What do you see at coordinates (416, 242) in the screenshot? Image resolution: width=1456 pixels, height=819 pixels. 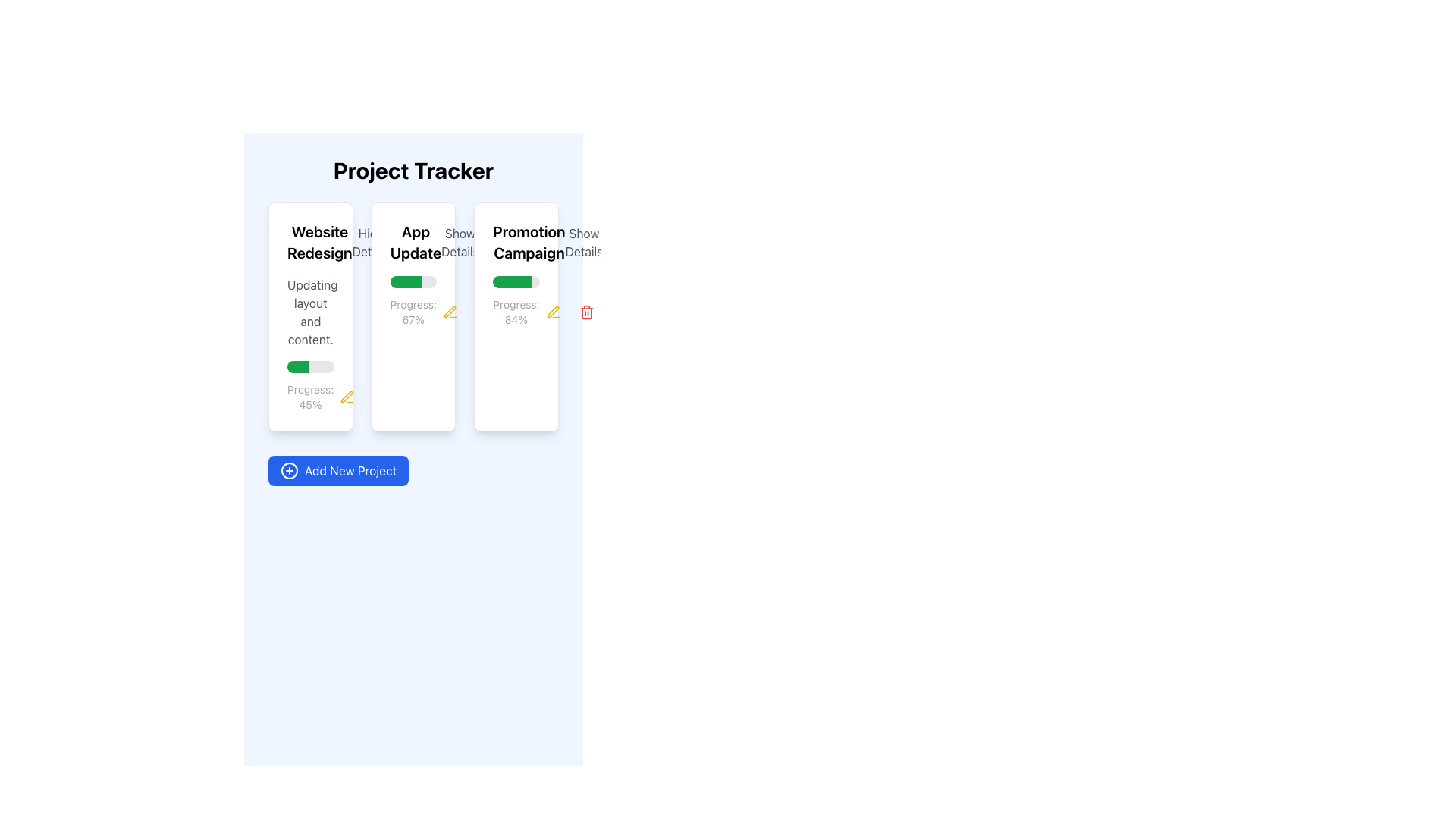 I see `text 'App Update' which is the title of the second project card in a row of three cards` at bounding box center [416, 242].